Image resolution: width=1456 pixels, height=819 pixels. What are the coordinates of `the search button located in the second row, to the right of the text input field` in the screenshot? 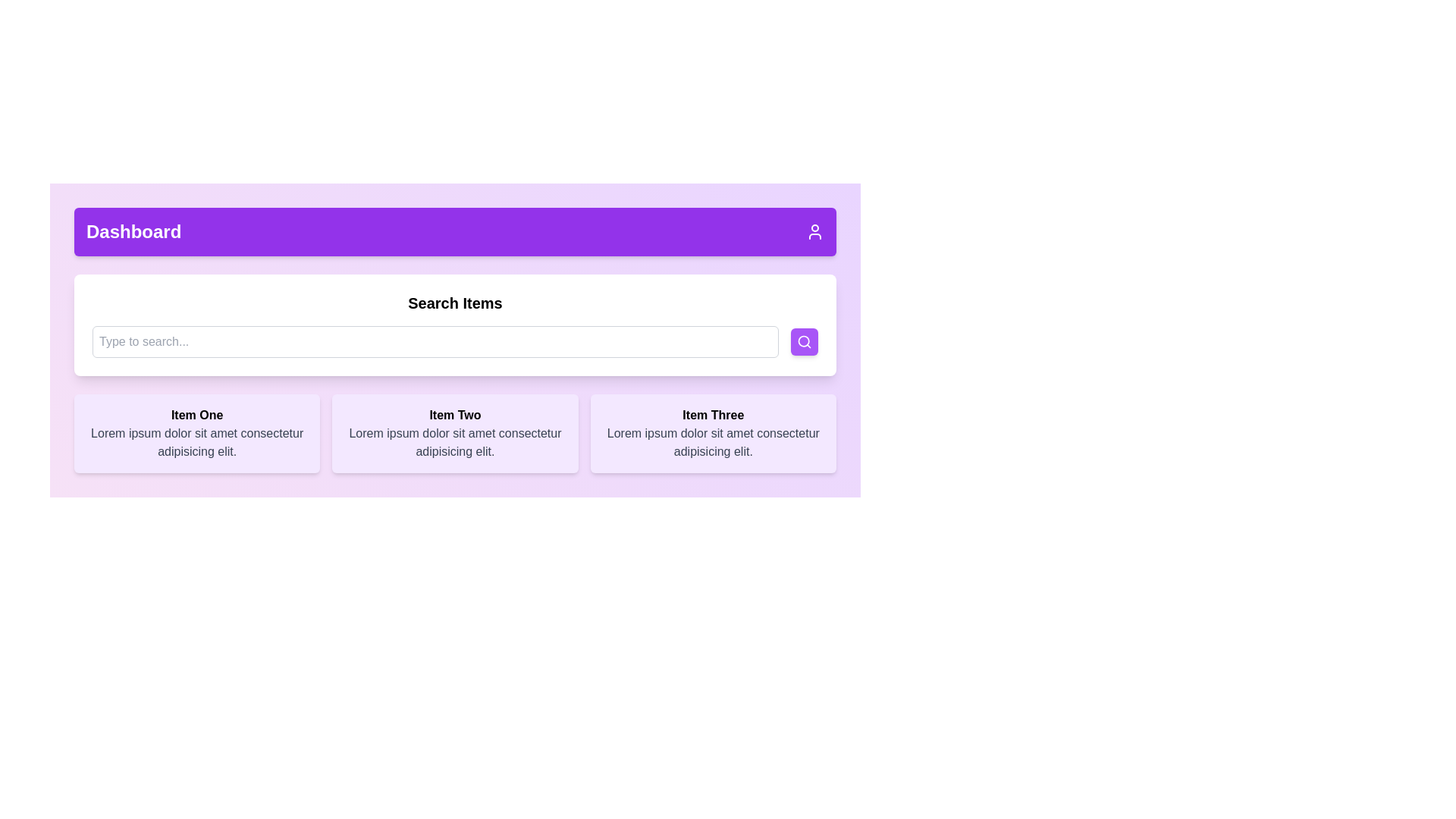 It's located at (803, 342).